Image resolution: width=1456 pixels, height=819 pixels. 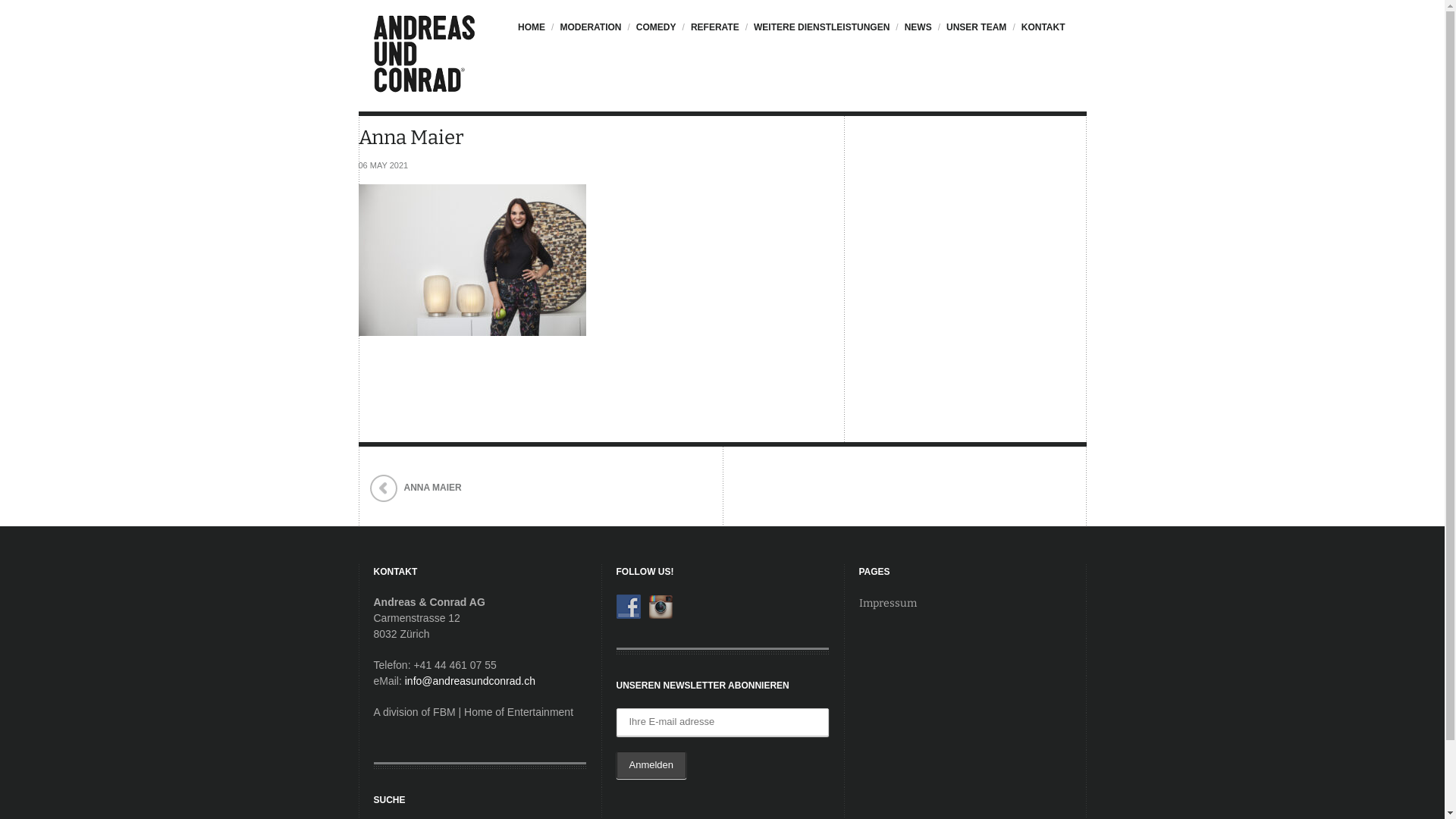 I want to click on 'COMEDY', so click(x=655, y=34).